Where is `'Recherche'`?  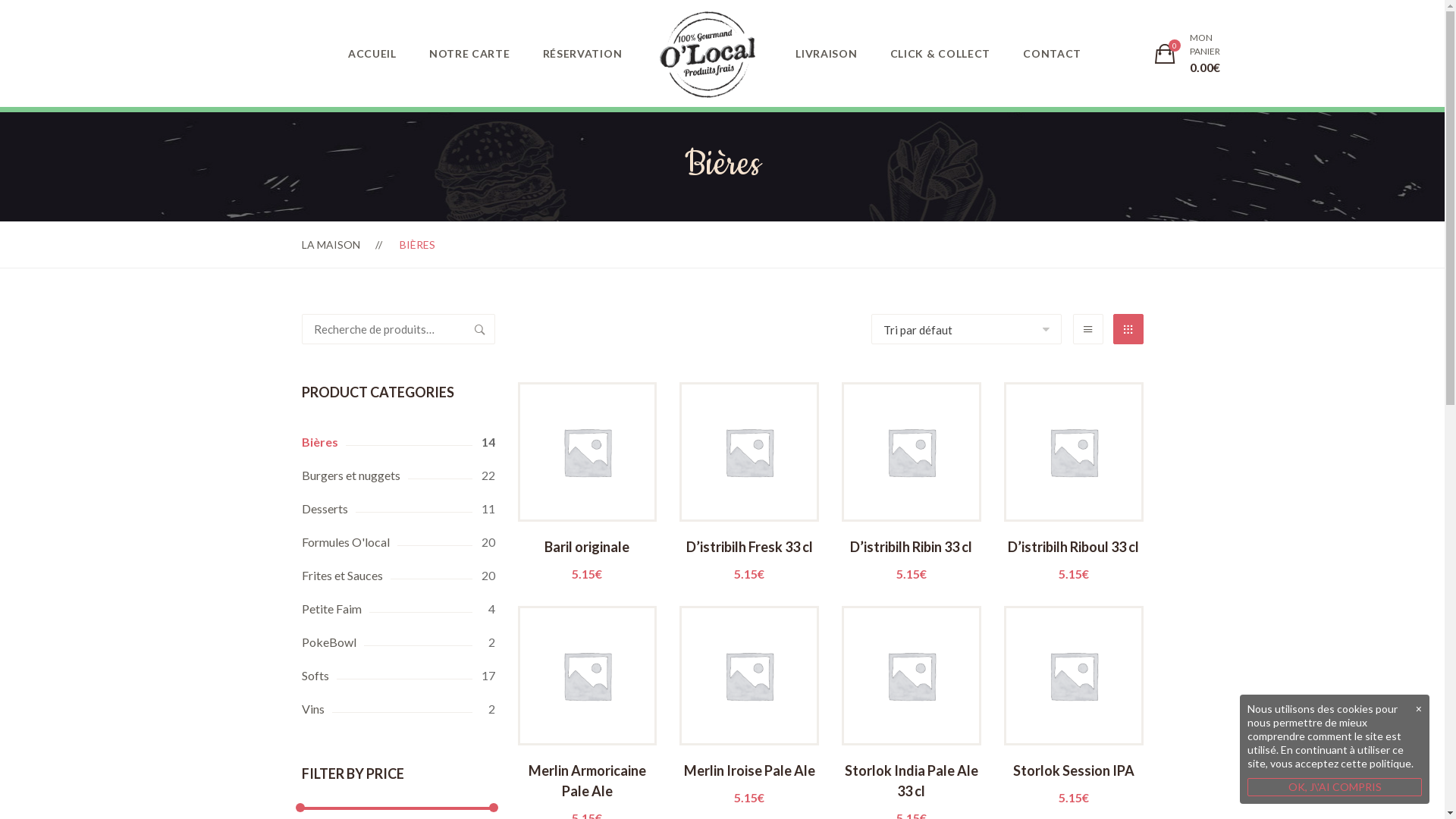 'Recherche' is located at coordinates (479, 328).